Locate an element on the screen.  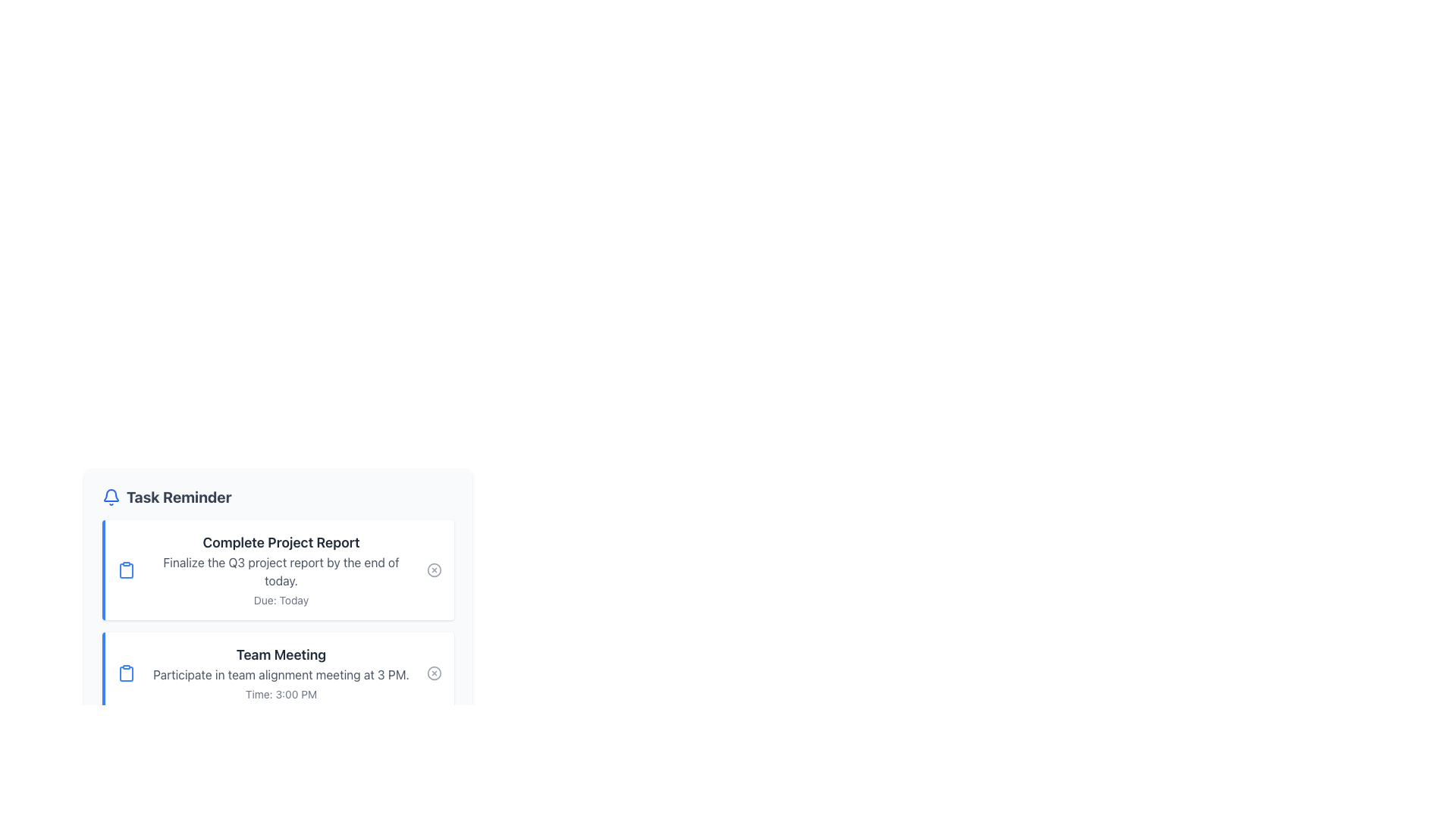
the task indicator icon associated with 'Complete Project Report' by clicking on it in the task reminder section is located at coordinates (127, 570).